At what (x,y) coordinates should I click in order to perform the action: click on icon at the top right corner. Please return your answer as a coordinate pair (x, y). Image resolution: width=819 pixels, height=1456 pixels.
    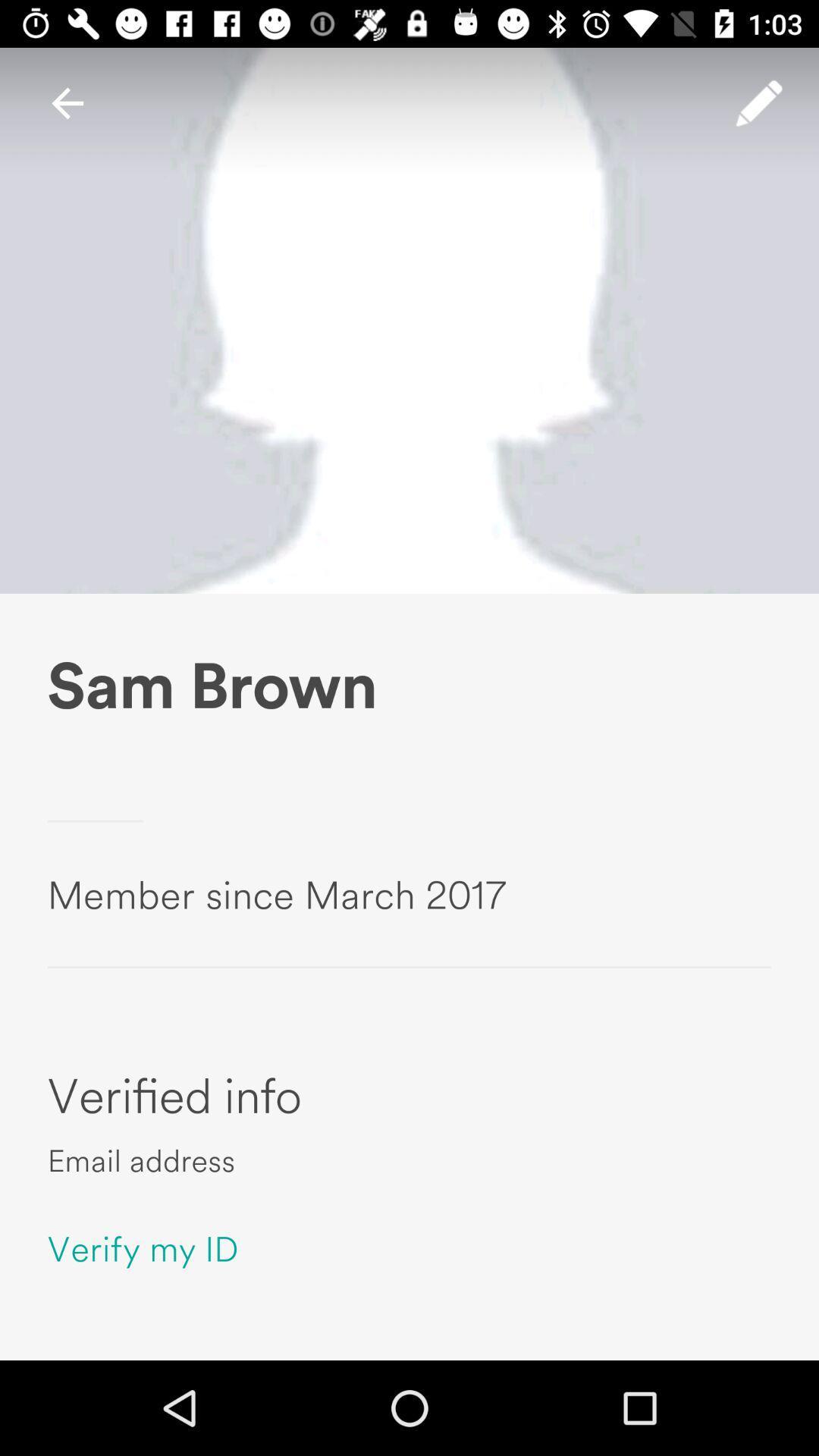
    Looking at the image, I should click on (759, 102).